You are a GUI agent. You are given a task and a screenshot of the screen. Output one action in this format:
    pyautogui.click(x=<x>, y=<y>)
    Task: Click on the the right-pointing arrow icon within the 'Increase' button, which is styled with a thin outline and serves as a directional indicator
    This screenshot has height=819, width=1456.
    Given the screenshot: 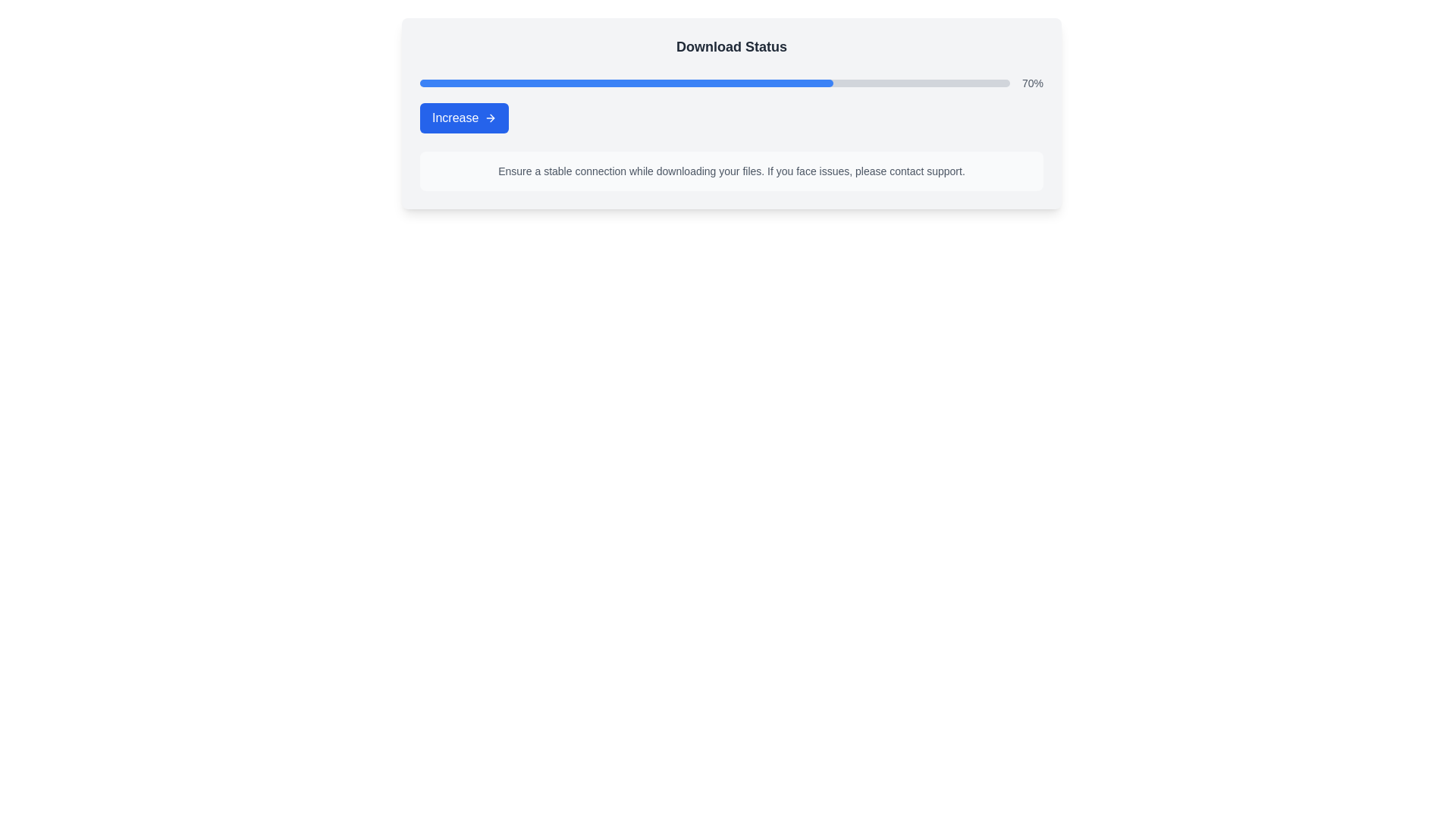 What is the action you would take?
    pyautogui.click(x=491, y=117)
    